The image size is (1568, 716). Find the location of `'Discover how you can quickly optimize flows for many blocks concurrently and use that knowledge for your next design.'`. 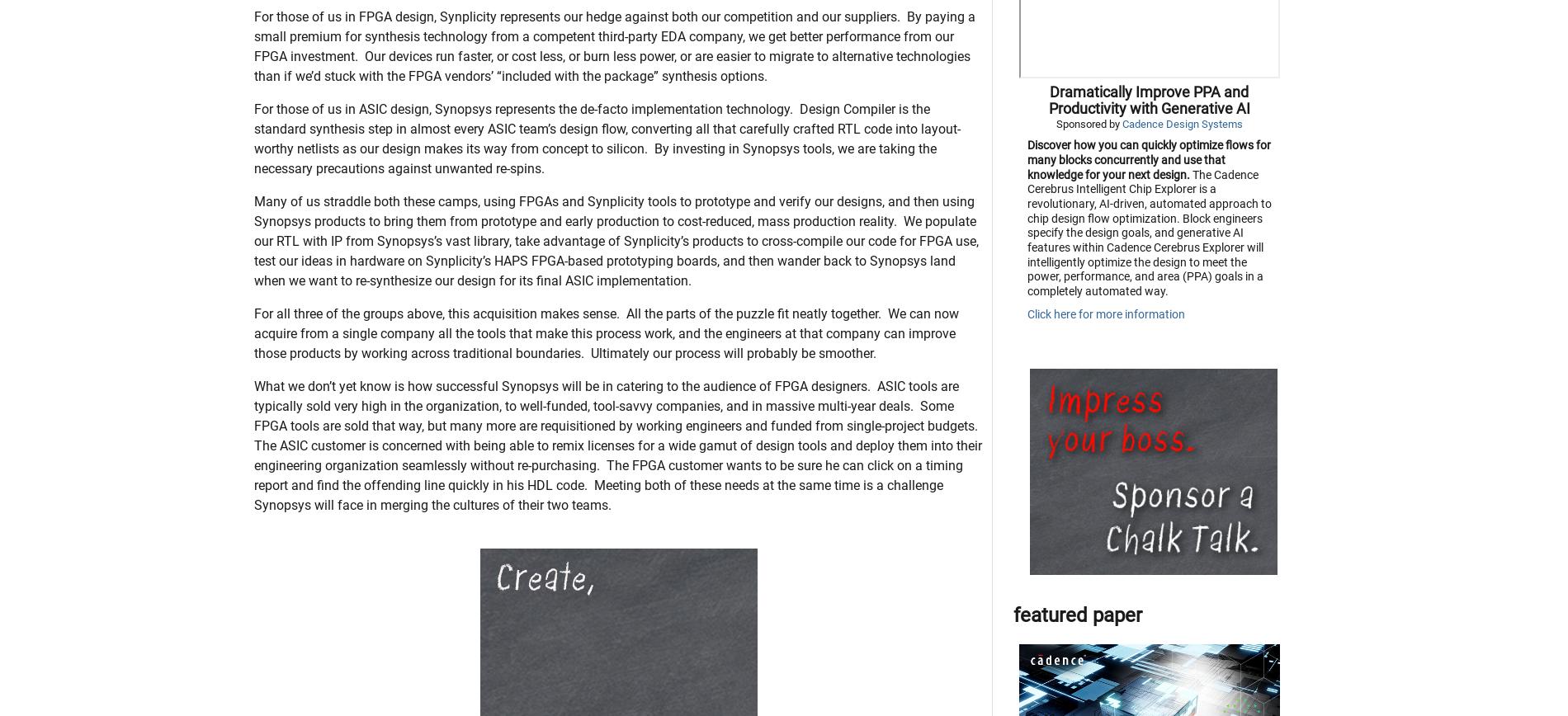

'Discover how you can quickly optimize flows for many blocks concurrently and use that knowledge for your next design.' is located at coordinates (1025, 242).